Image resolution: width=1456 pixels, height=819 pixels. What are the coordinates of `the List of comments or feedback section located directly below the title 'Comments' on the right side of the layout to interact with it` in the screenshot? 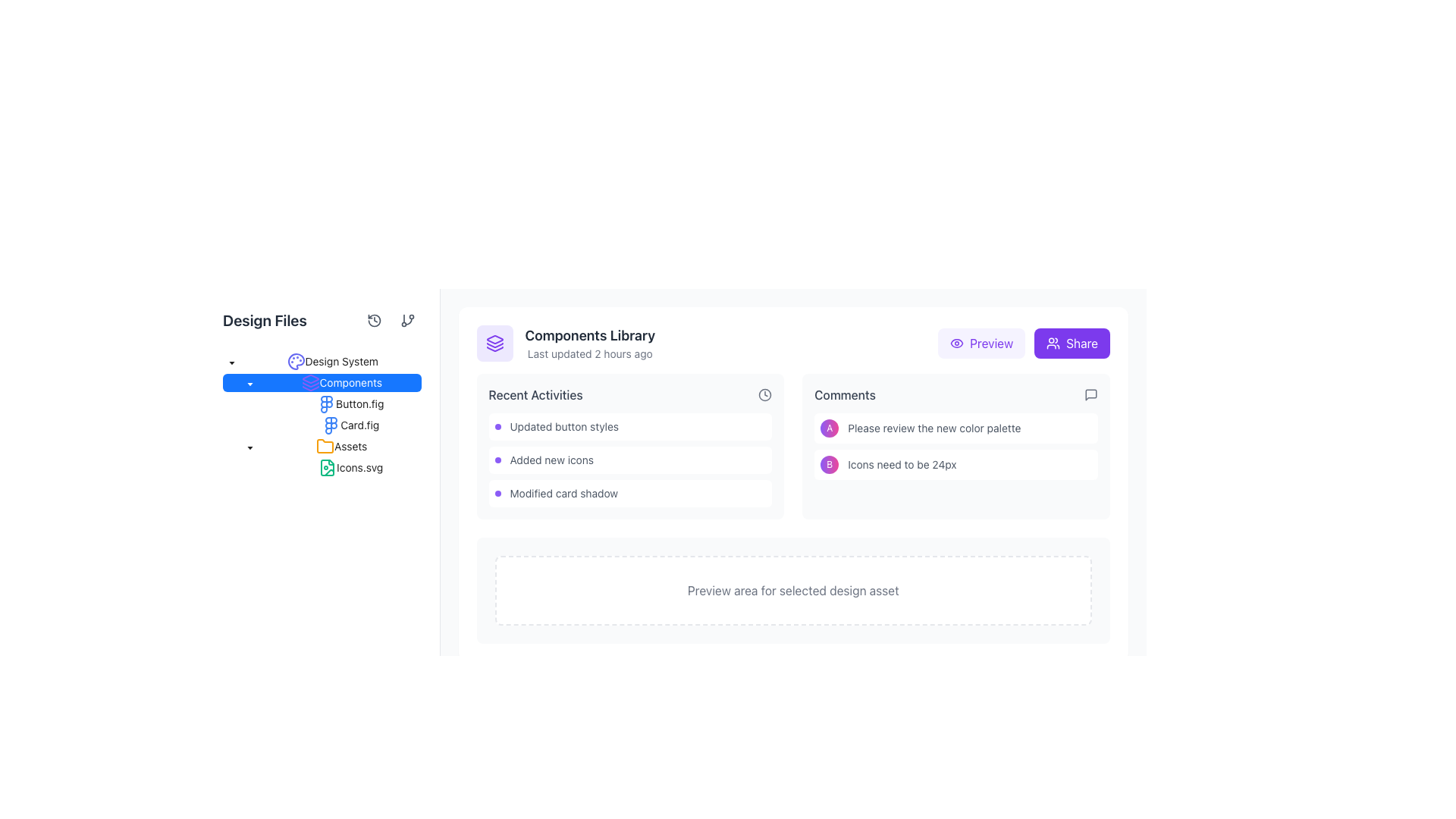 It's located at (955, 446).